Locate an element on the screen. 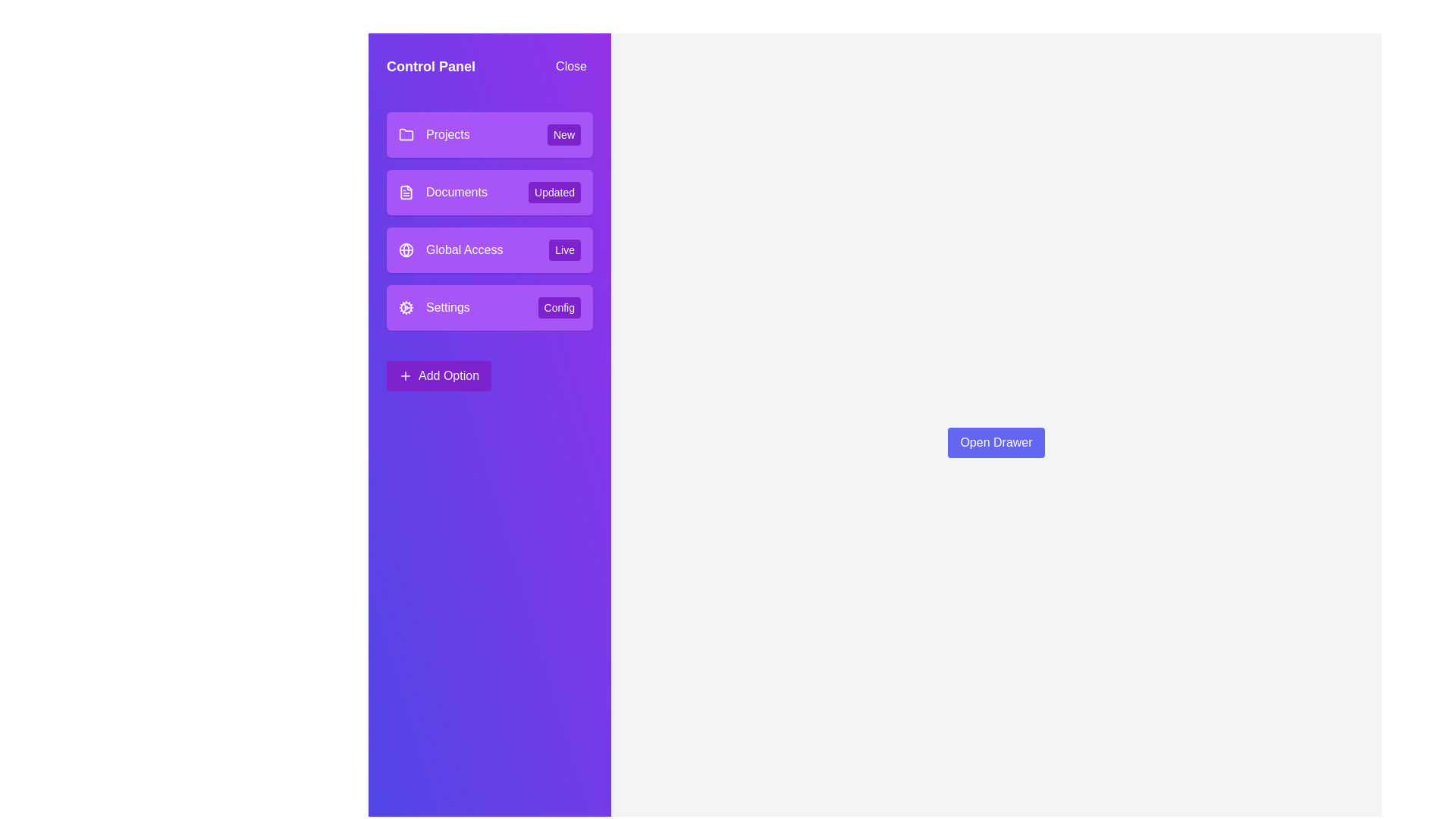 The height and width of the screenshot is (819, 1456). the tag associated with the menu item Projects is located at coordinates (563, 133).